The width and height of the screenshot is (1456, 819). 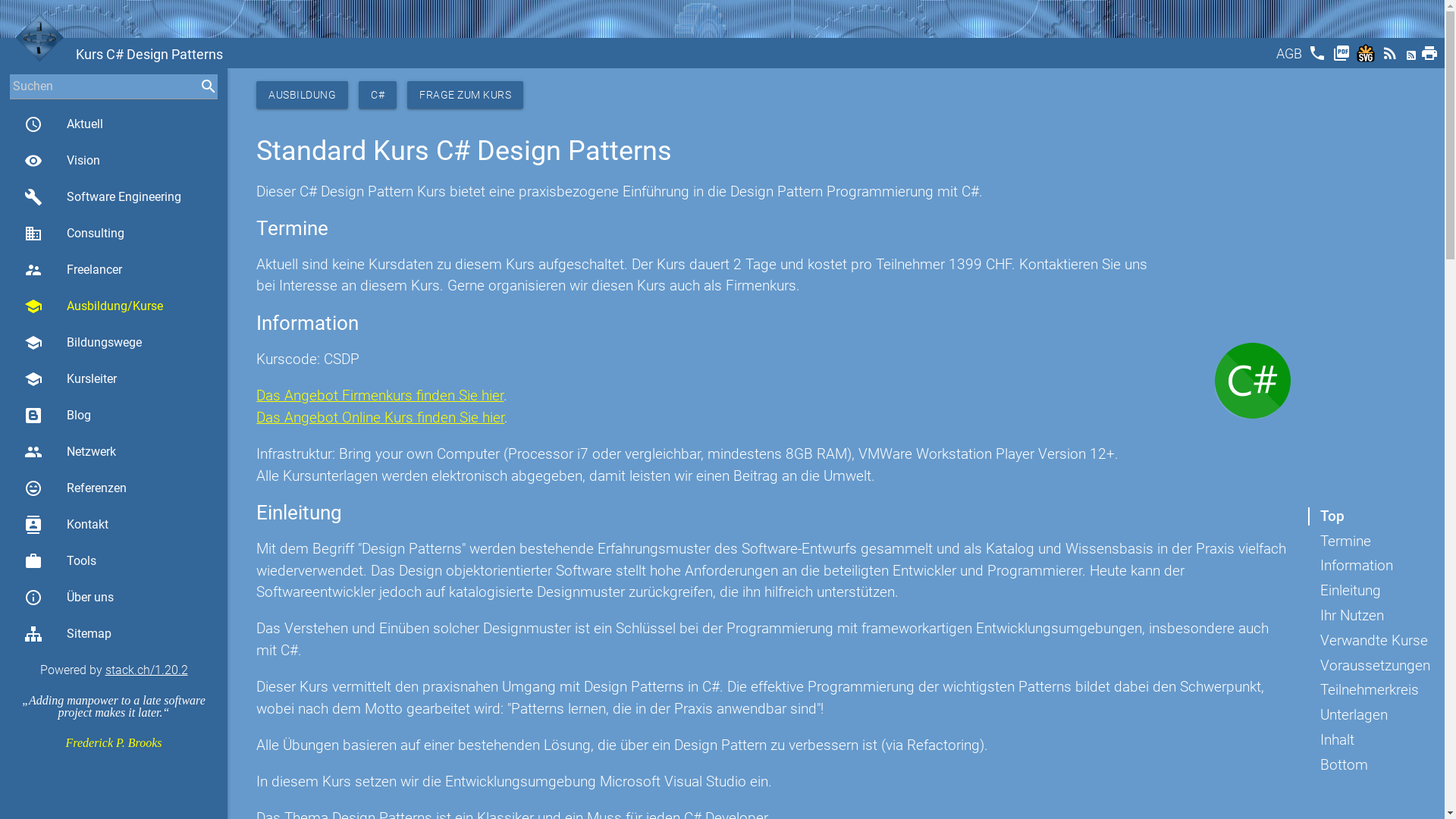 What do you see at coordinates (1344, 590) in the screenshot?
I see `'Einleitung'` at bounding box center [1344, 590].